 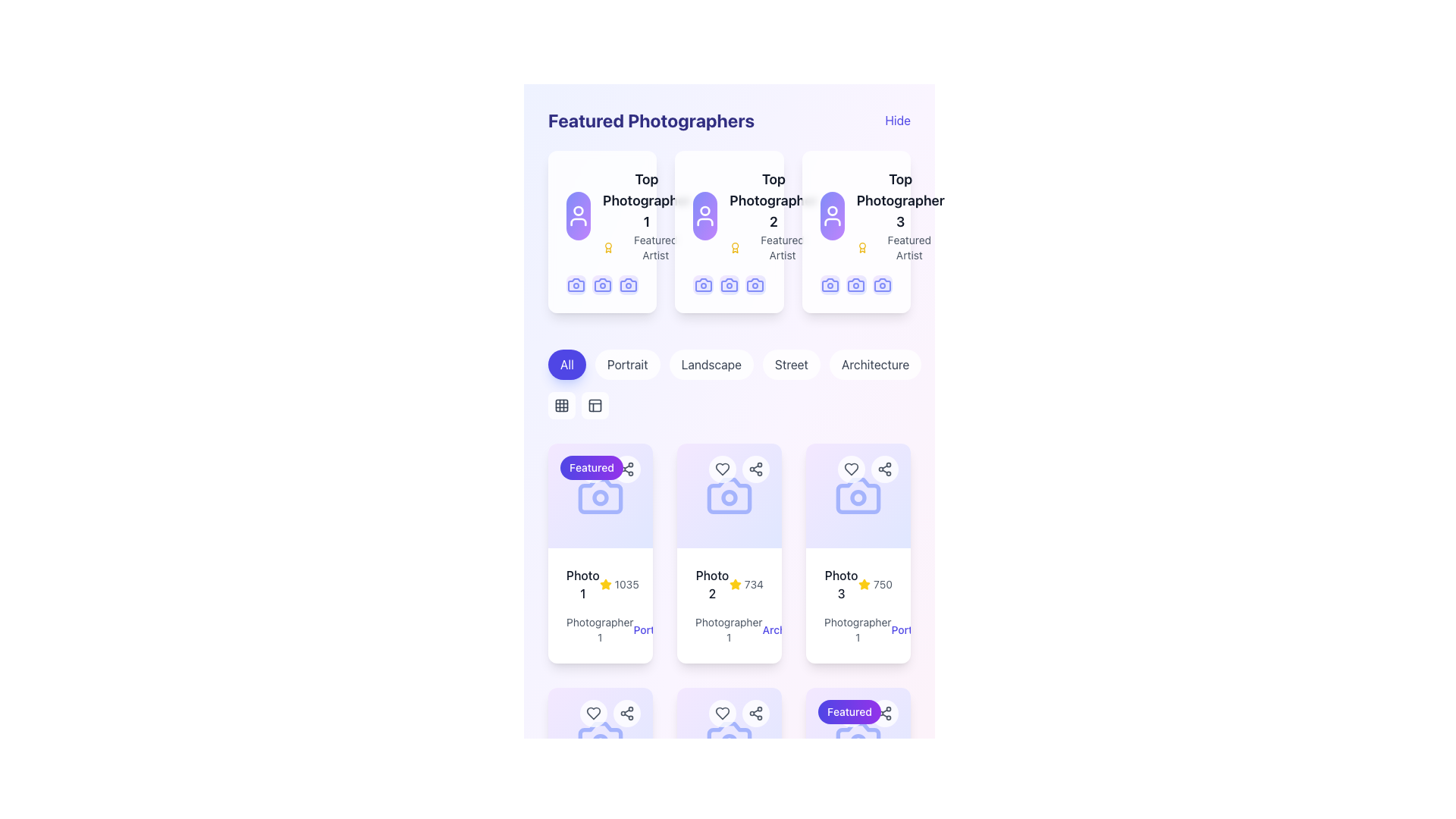 What do you see at coordinates (773, 216) in the screenshot?
I see `the Text Display with Icon that denotes the title and designation of a top photographer, which is located in the center column of the 'Featured Photographers' section, specifically the second card among three similar cards` at bounding box center [773, 216].